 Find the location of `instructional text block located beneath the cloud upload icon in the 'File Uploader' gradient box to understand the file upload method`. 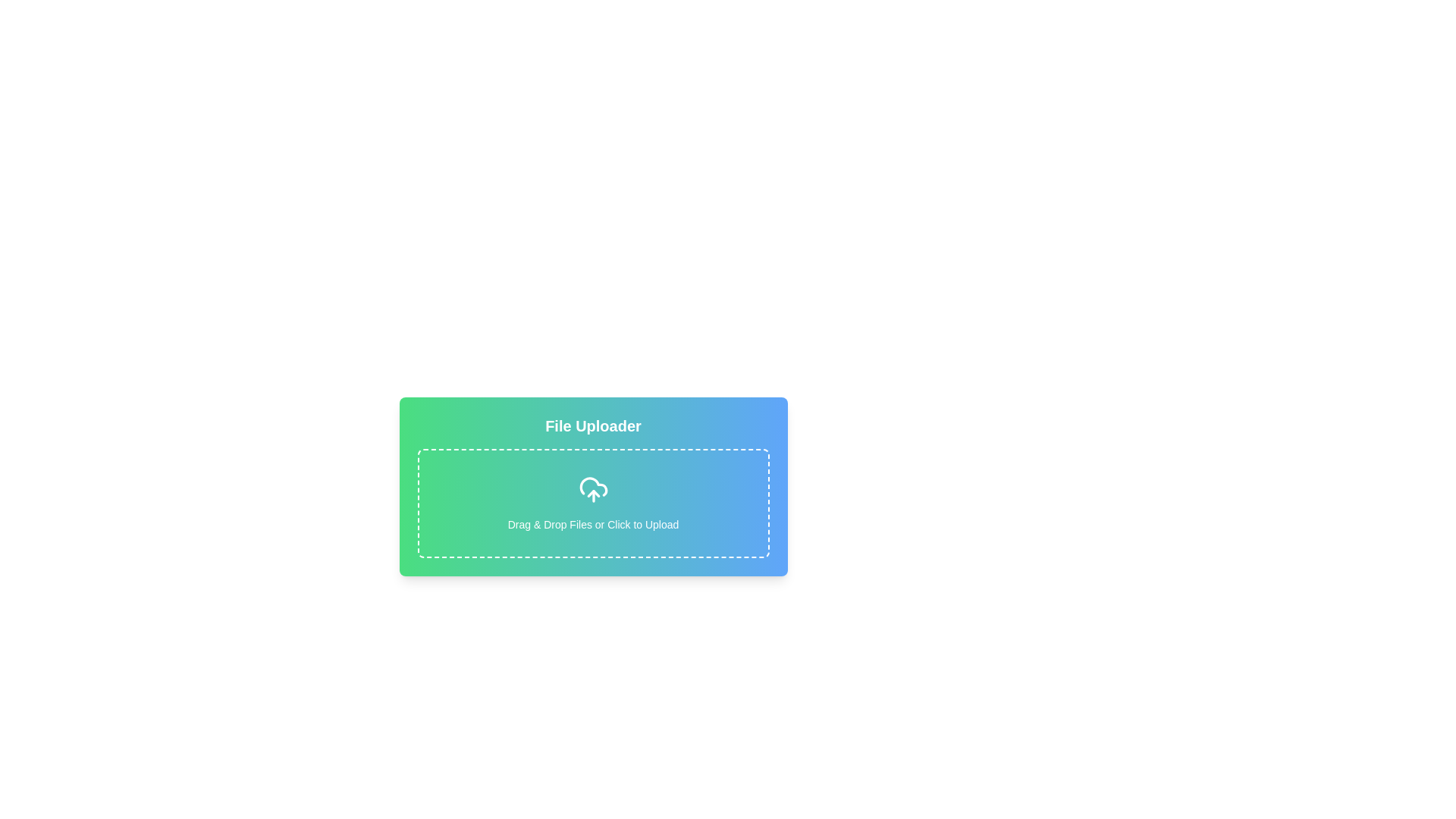

instructional text block located beneath the cloud upload icon in the 'File Uploader' gradient box to understand the file upload method is located at coordinates (592, 523).